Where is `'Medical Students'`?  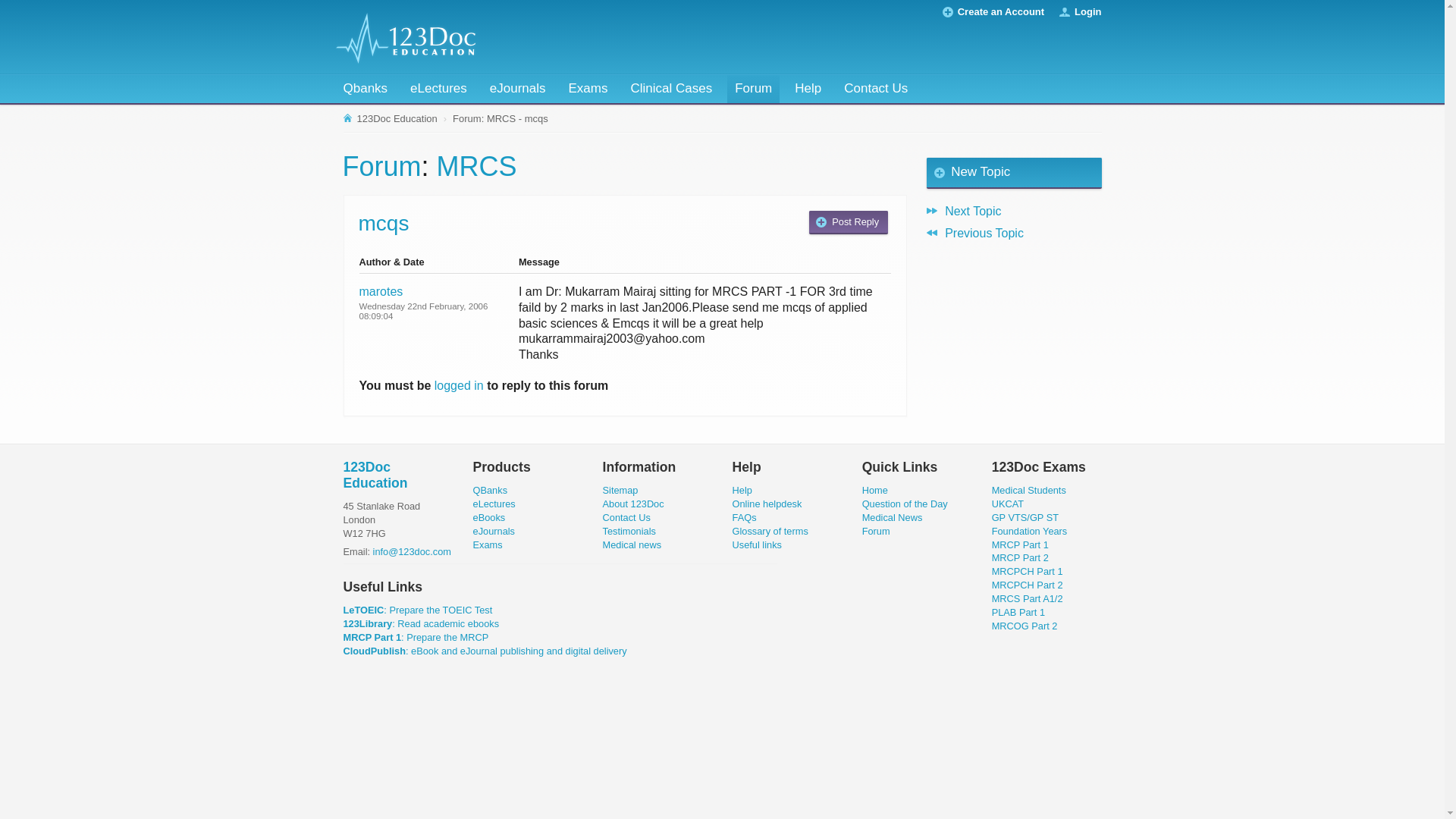
'Medical Students' is located at coordinates (1029, 490).